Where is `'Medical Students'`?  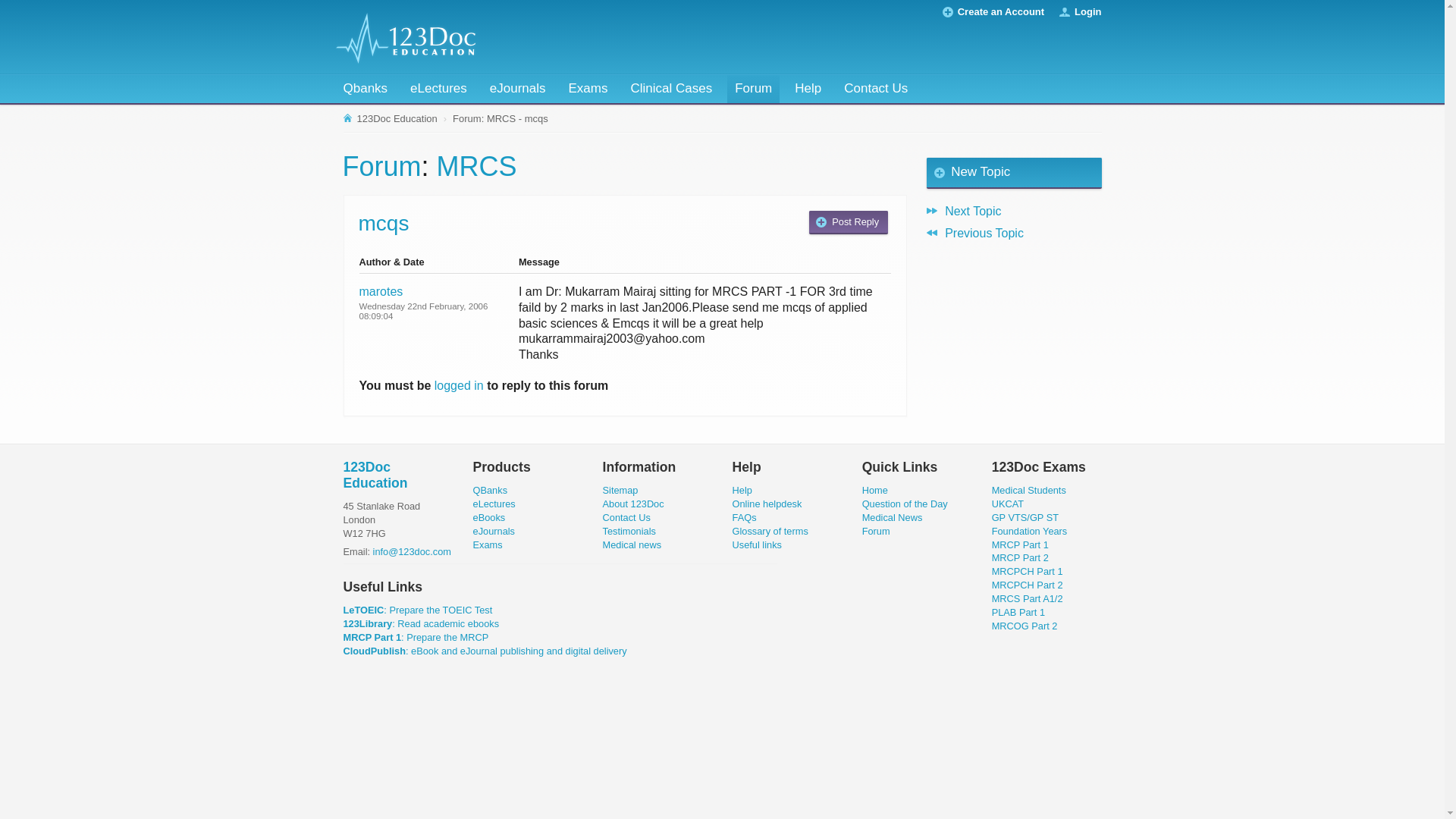
'Medical Students' is located at coordinates (1029, 490).